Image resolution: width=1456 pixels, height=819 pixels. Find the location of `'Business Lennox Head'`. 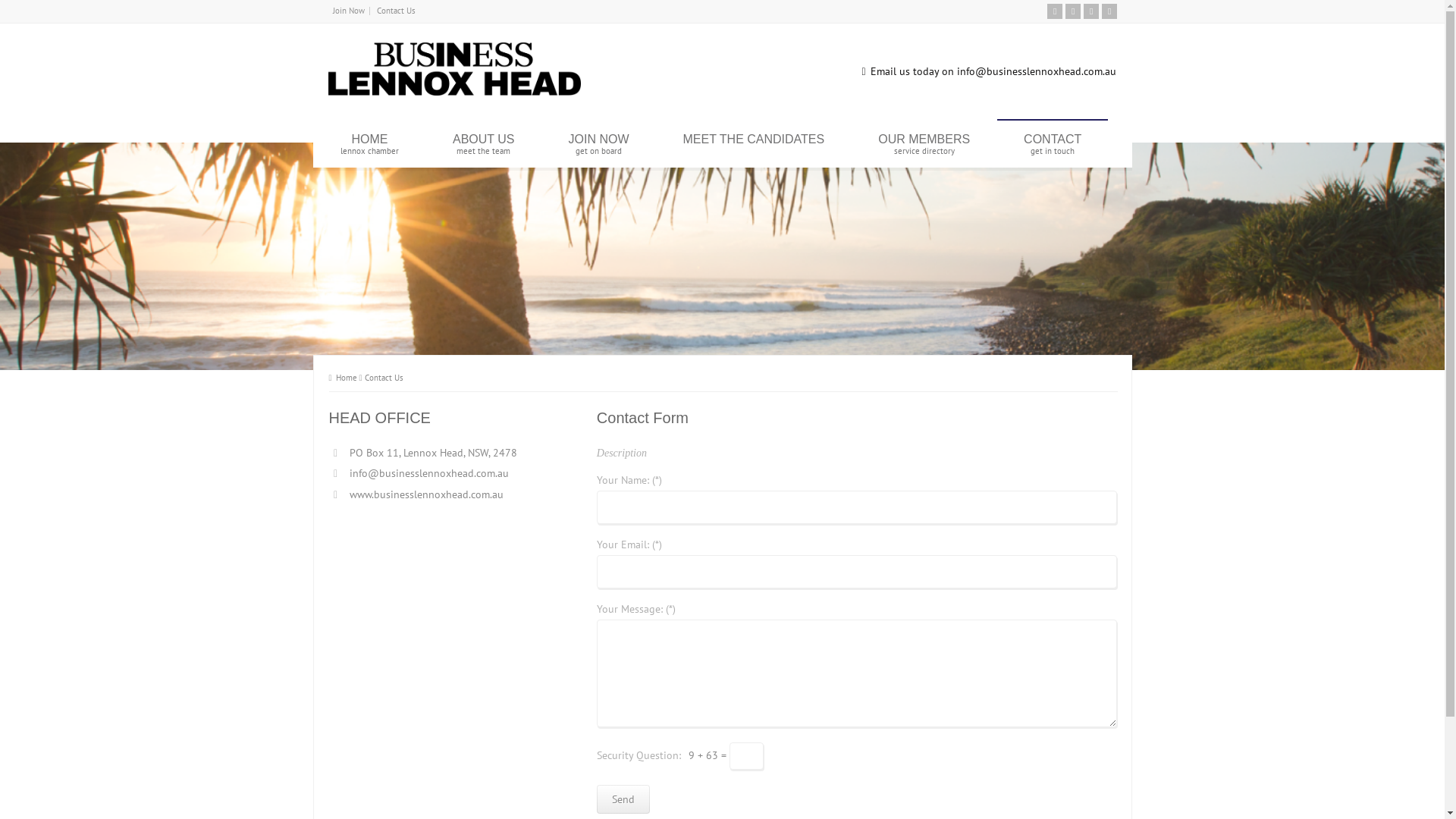

'Business Lennox Head' is located at coordinates (453, 91).